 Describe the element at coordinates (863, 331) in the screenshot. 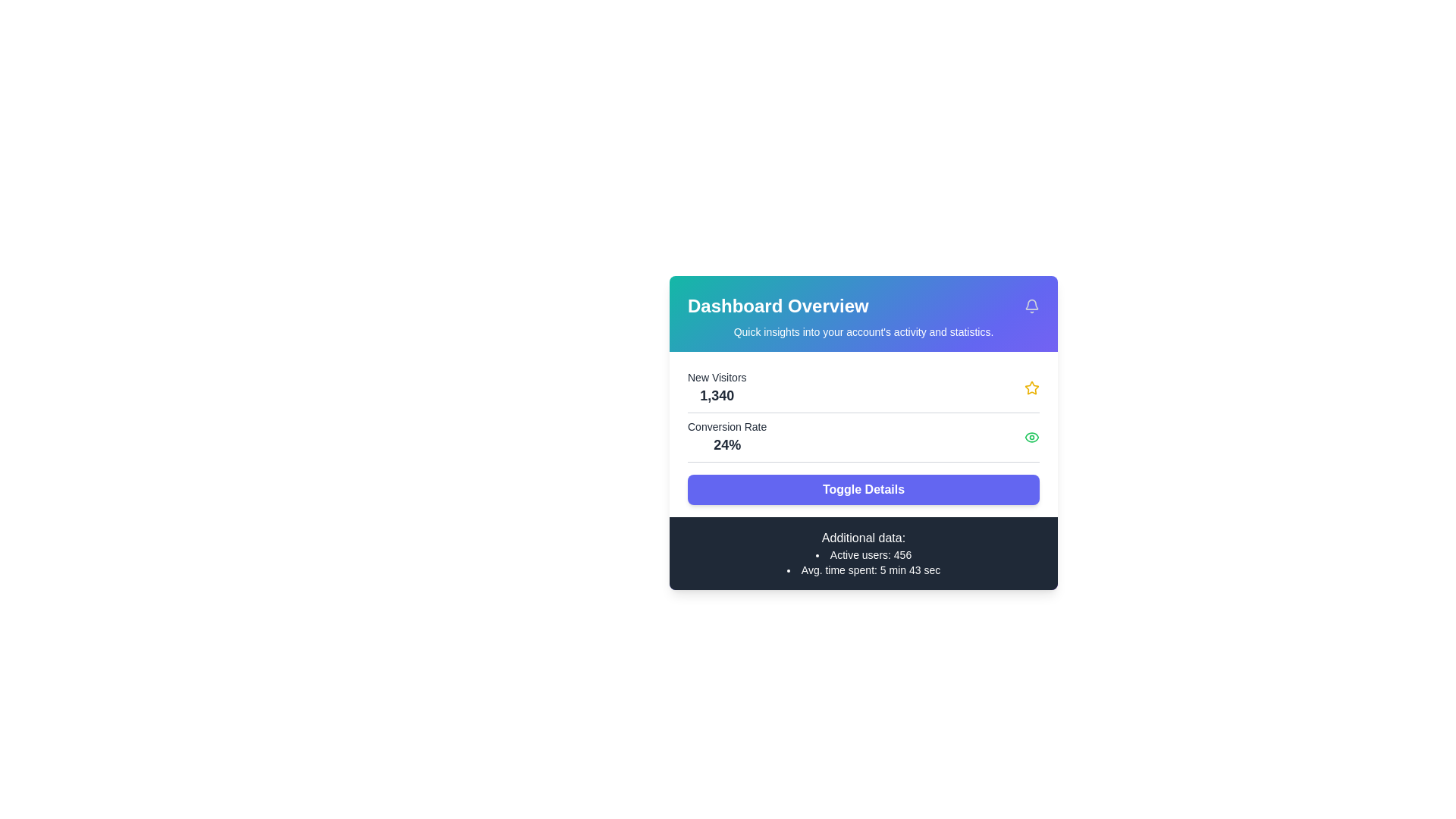

I see `the text label displaying 'Quick insights into your account's activity and statistics.' located beneath the heading 'Dashboard Overview.'` at that location.